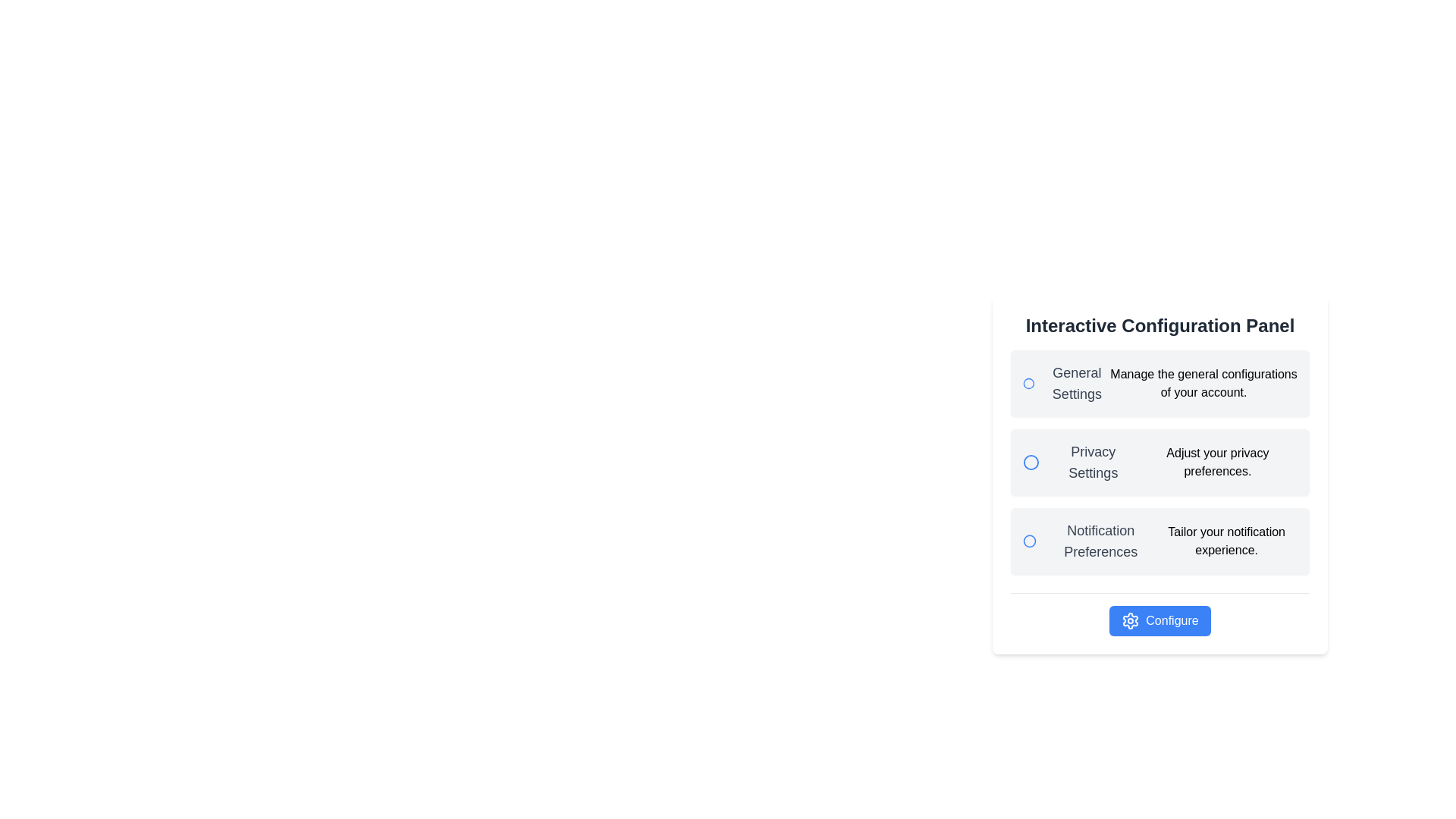 This screenshot has width=1456, height=819. I want to click on the Text Label that describes the notification preferences section, located to the right of a small blue circular icon in the third group of a vertical list, so click(1100, 540).